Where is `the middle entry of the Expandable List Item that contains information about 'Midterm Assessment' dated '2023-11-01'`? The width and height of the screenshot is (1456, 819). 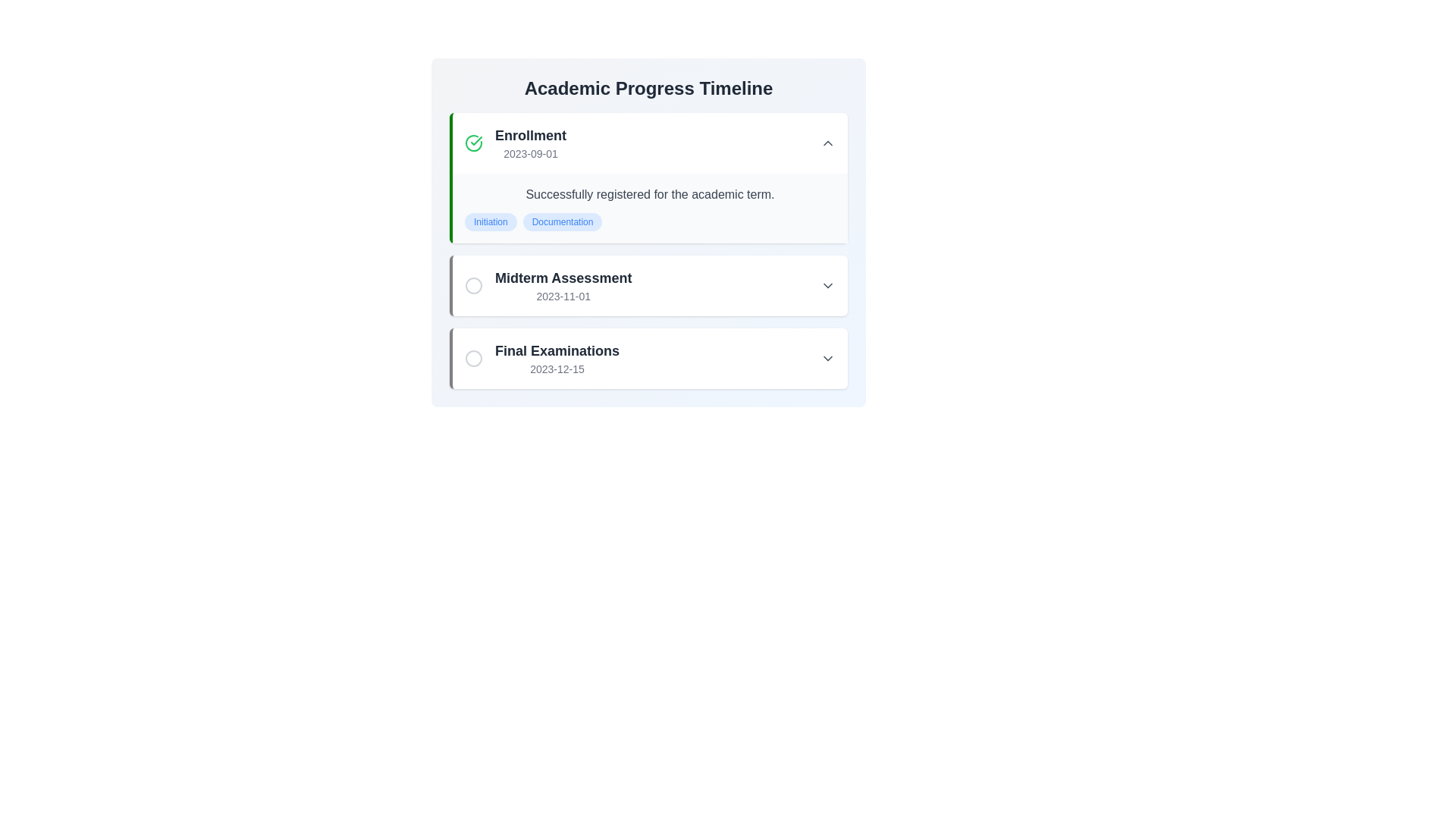 the middle entry of the Expandable List Item that contains information about 'Midterm Assessment' dated '2023-11-01' is located at coordinates (650, 286).